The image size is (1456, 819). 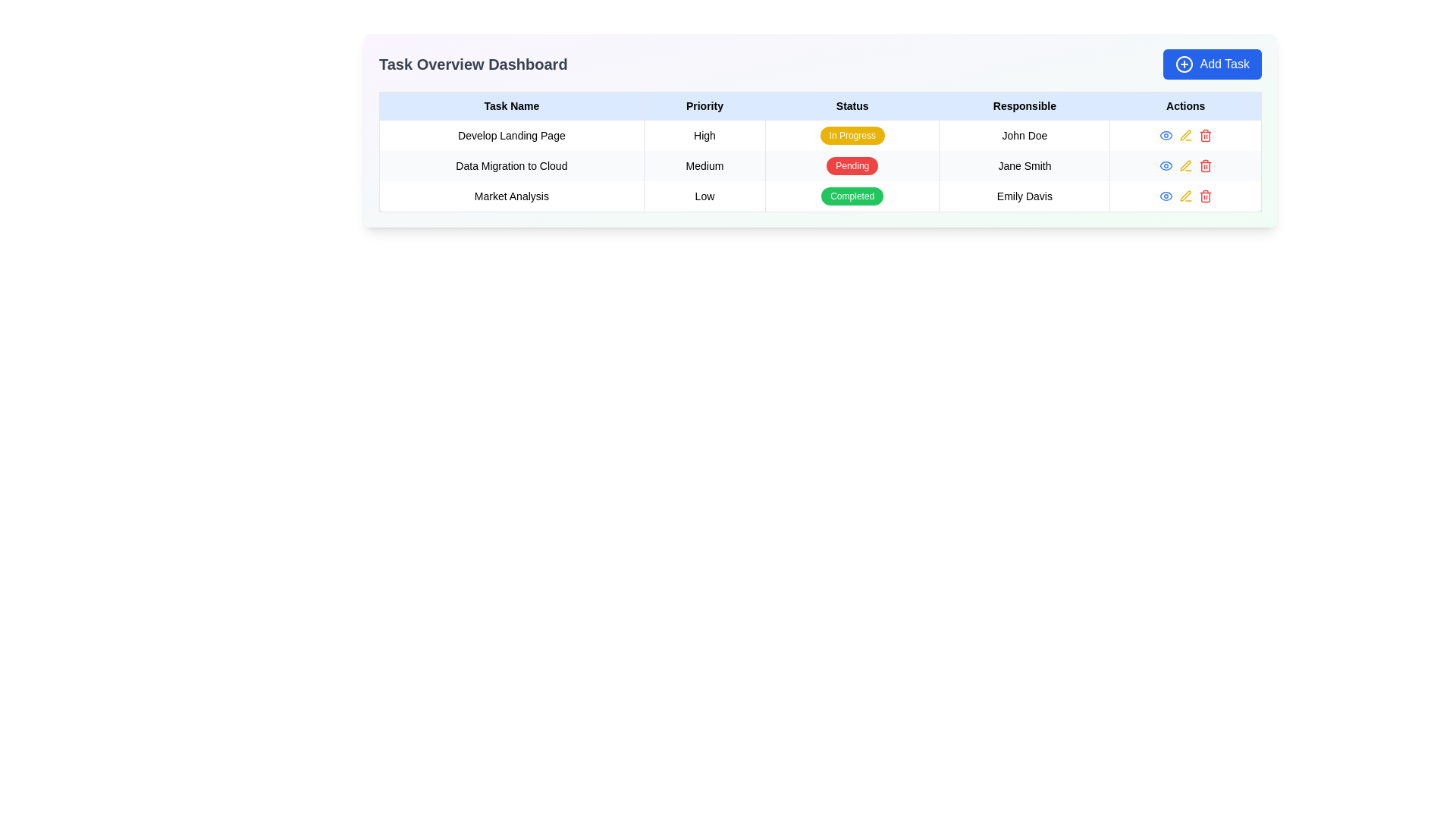 What do you see at coordinates (1185, 105) in the screenshot?
I see `the table header cell containing the text 'Actions' in bold black font on a light blue background, which is the last column in the header row of the table` at bounding box center [1185, 105].